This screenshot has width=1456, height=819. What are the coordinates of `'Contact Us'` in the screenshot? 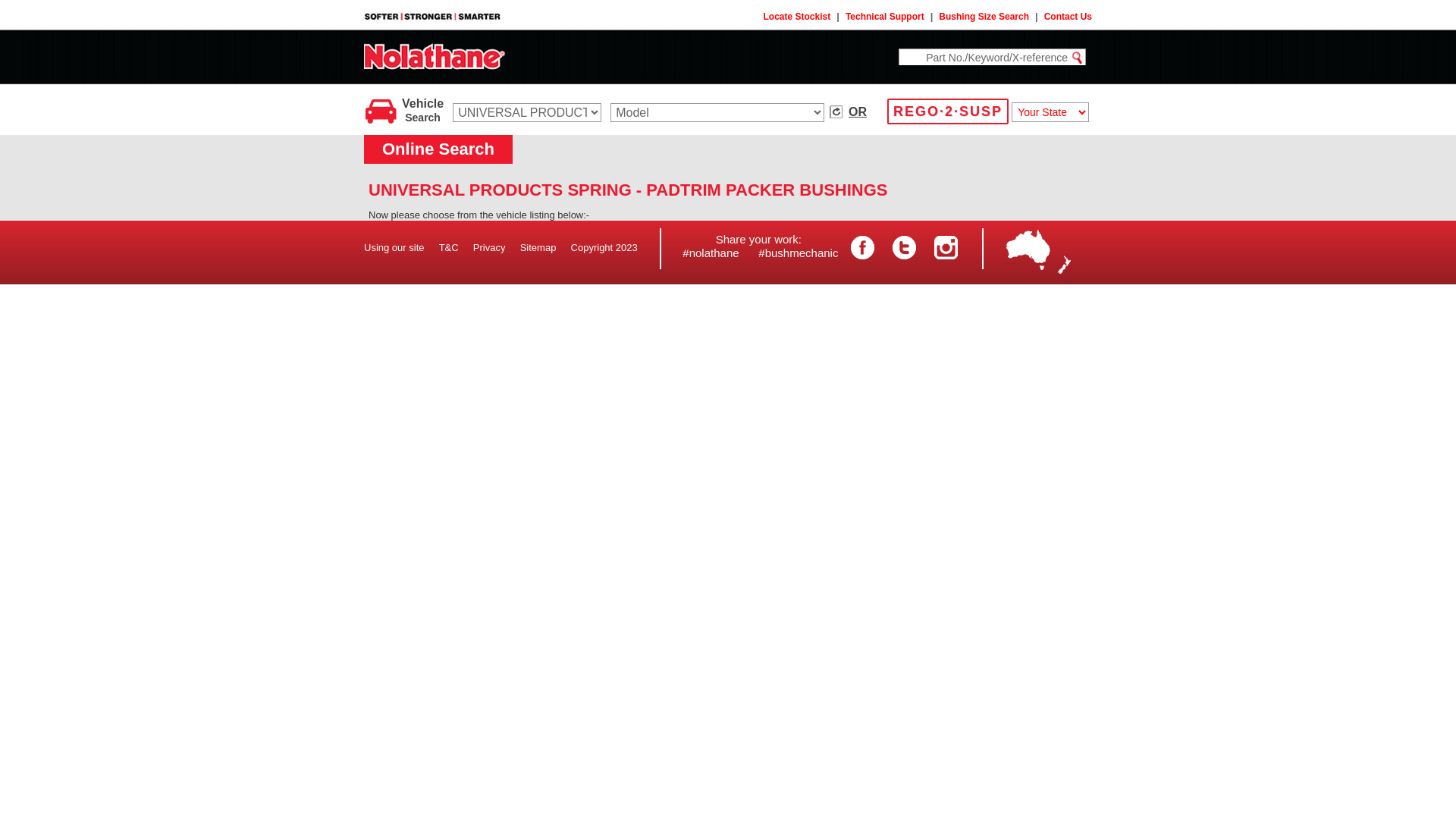 It's located at (1067, 17).